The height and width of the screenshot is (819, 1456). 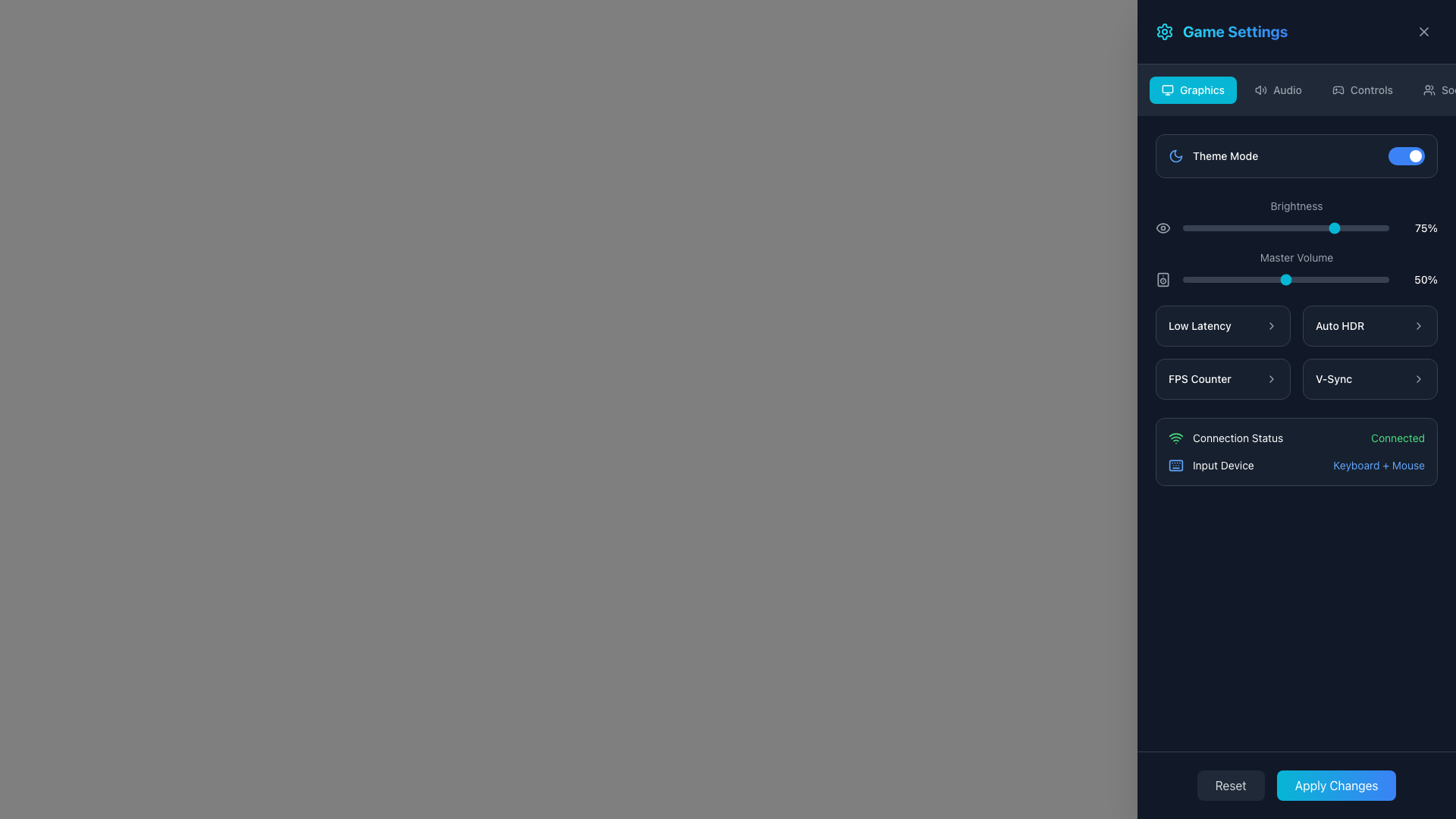 What do you see at coordinates (1238, 438) in the screenshot?
I see `the label that provides context for the adjacent connection status indicator, located to the right of the Wi-Fi icon and to the left of the status indicator text in the settings menu` at bounding box center [1238, 438].